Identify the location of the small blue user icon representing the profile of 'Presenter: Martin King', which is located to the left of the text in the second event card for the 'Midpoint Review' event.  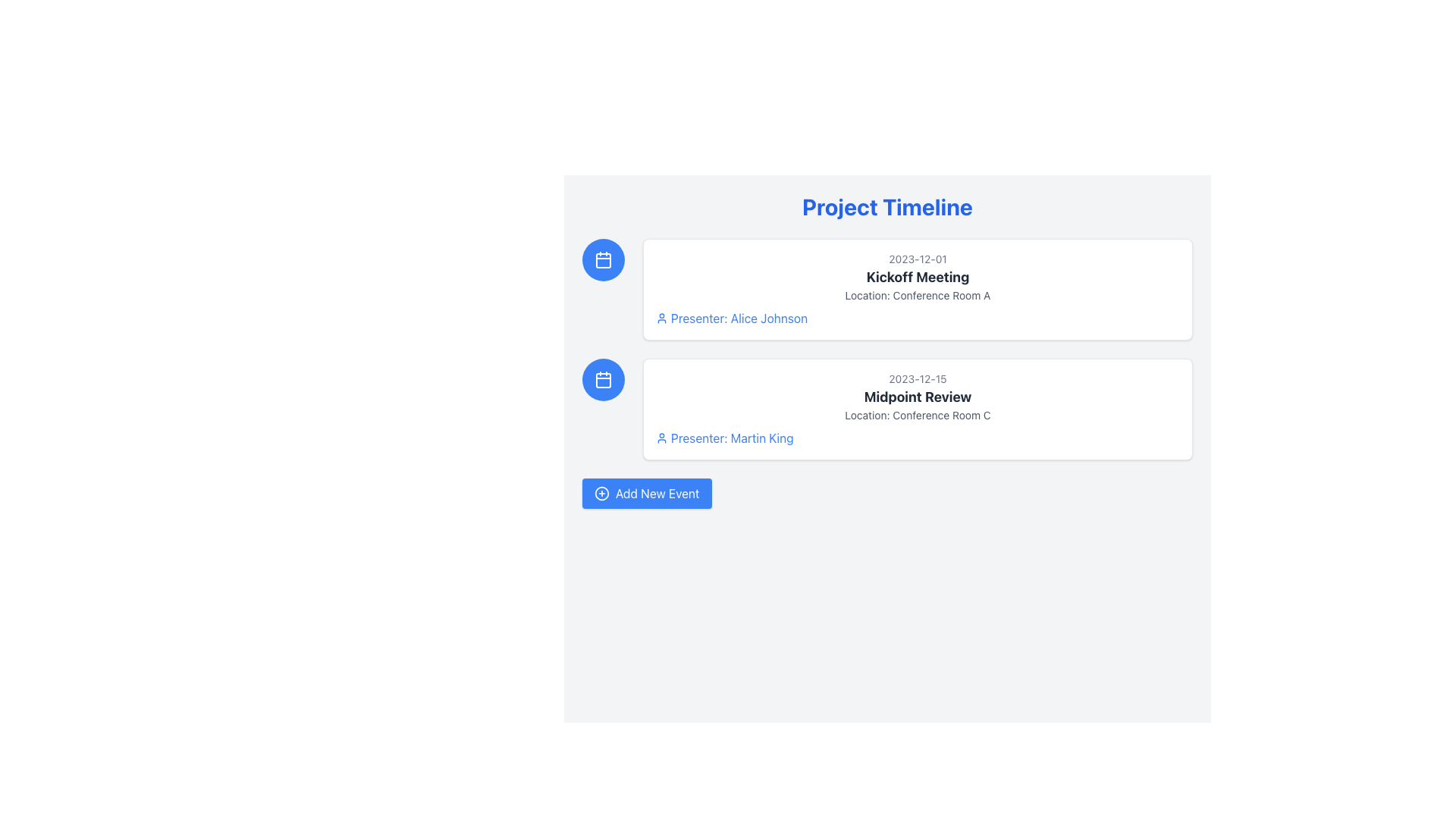
(662, 438).